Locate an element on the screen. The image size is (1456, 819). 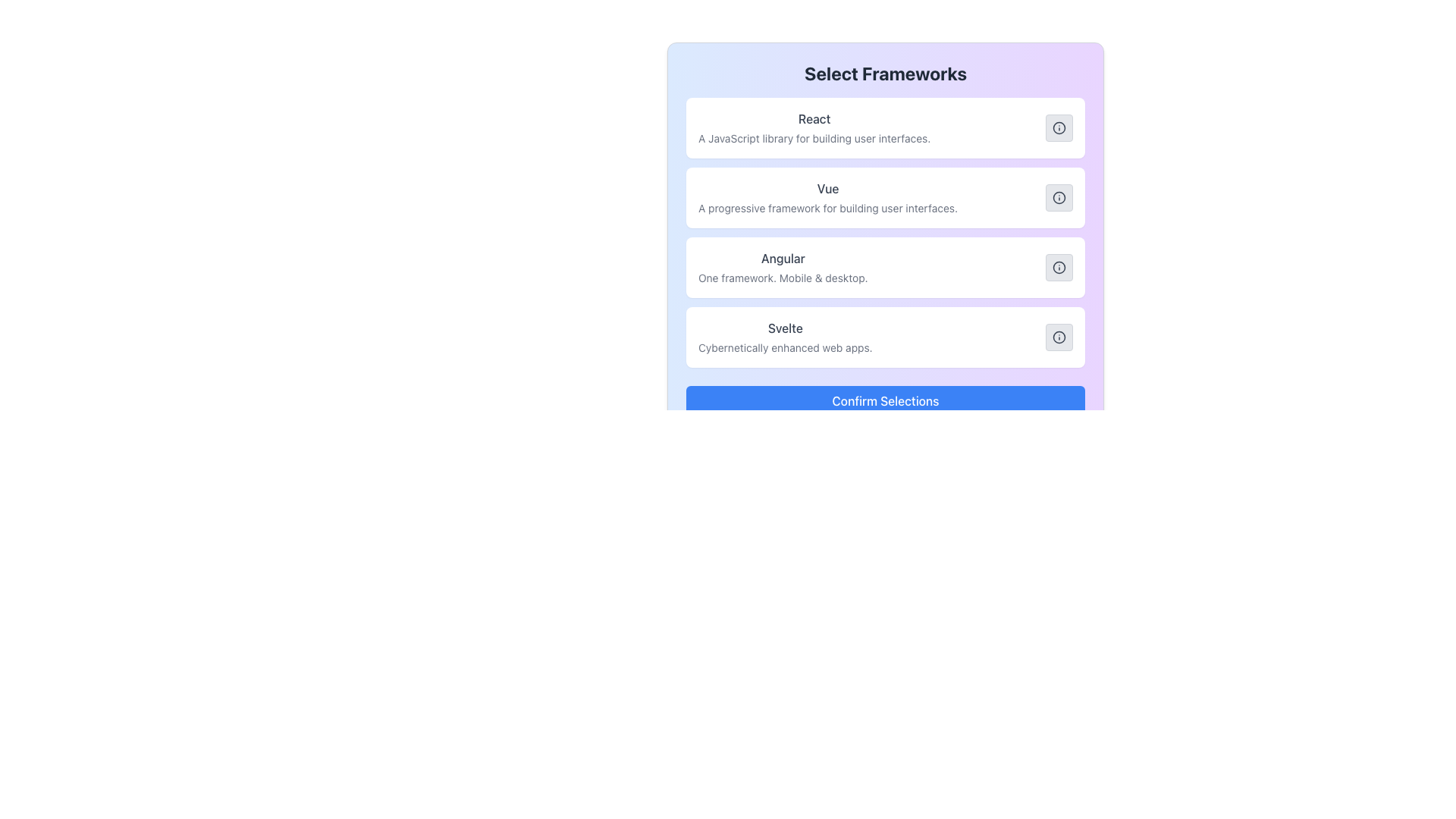
the circular icon button with a stylized 'i' inside, located at the far-right end of the row for the 'Angular' framework in the 'Select Frameworks' interface is located at coordinates (1058, 267).